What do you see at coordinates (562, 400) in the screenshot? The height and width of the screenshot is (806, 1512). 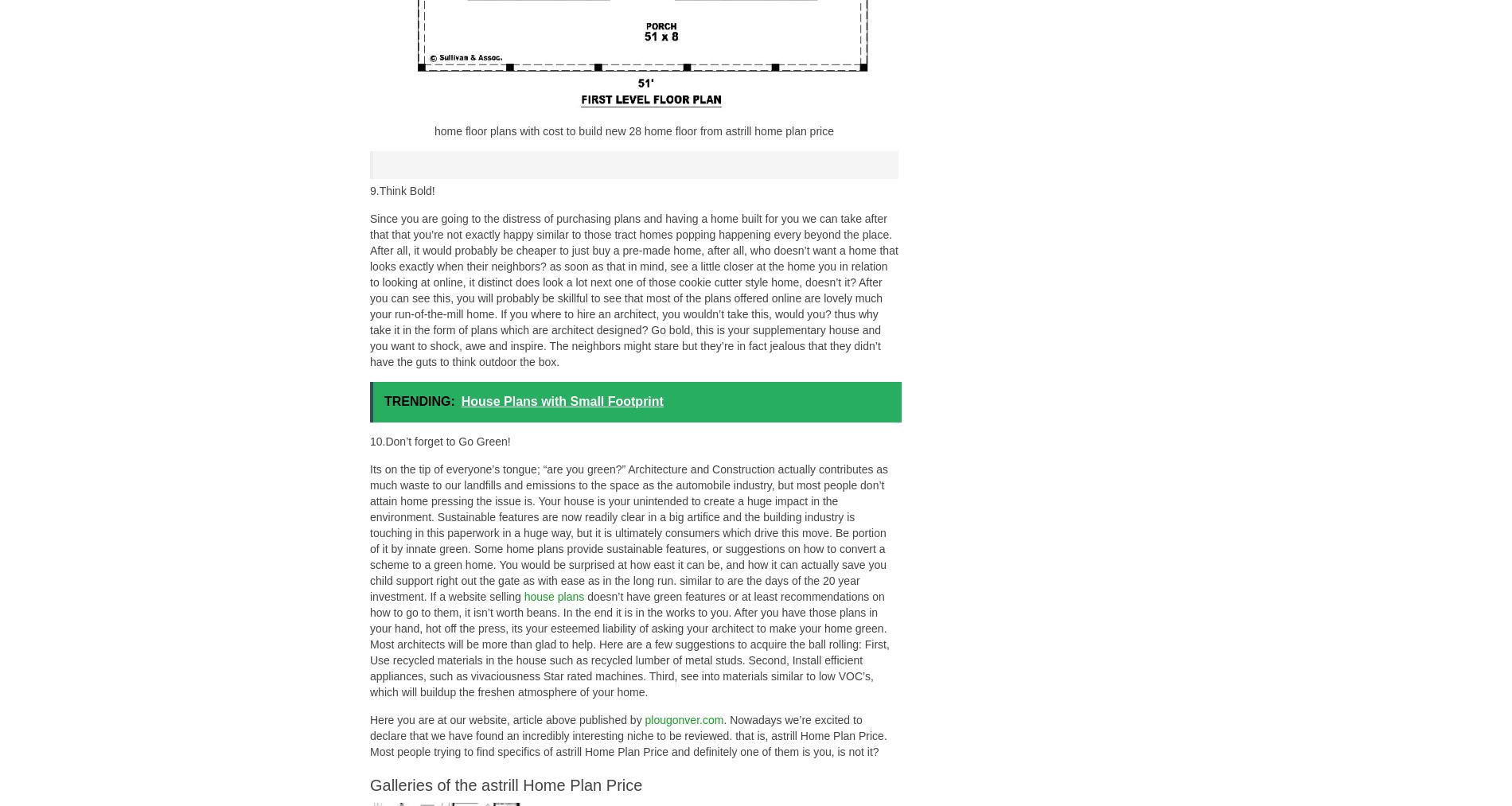 I see `'House Plans with Small Footprint'` at bounding box center [562, 400].